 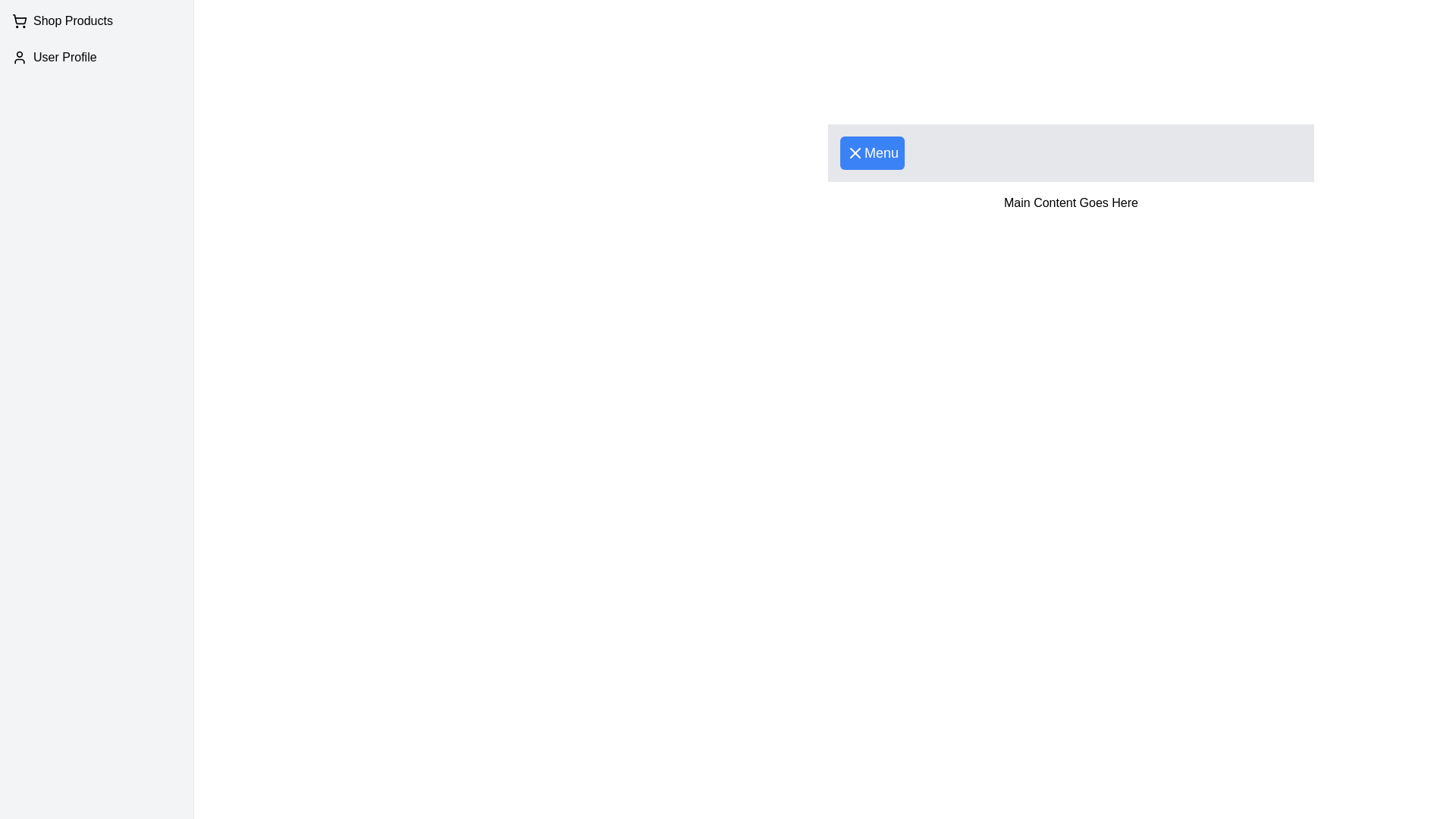 I want to click on the 'User Profile' text or its associated icon, so click(x=96, y=57).